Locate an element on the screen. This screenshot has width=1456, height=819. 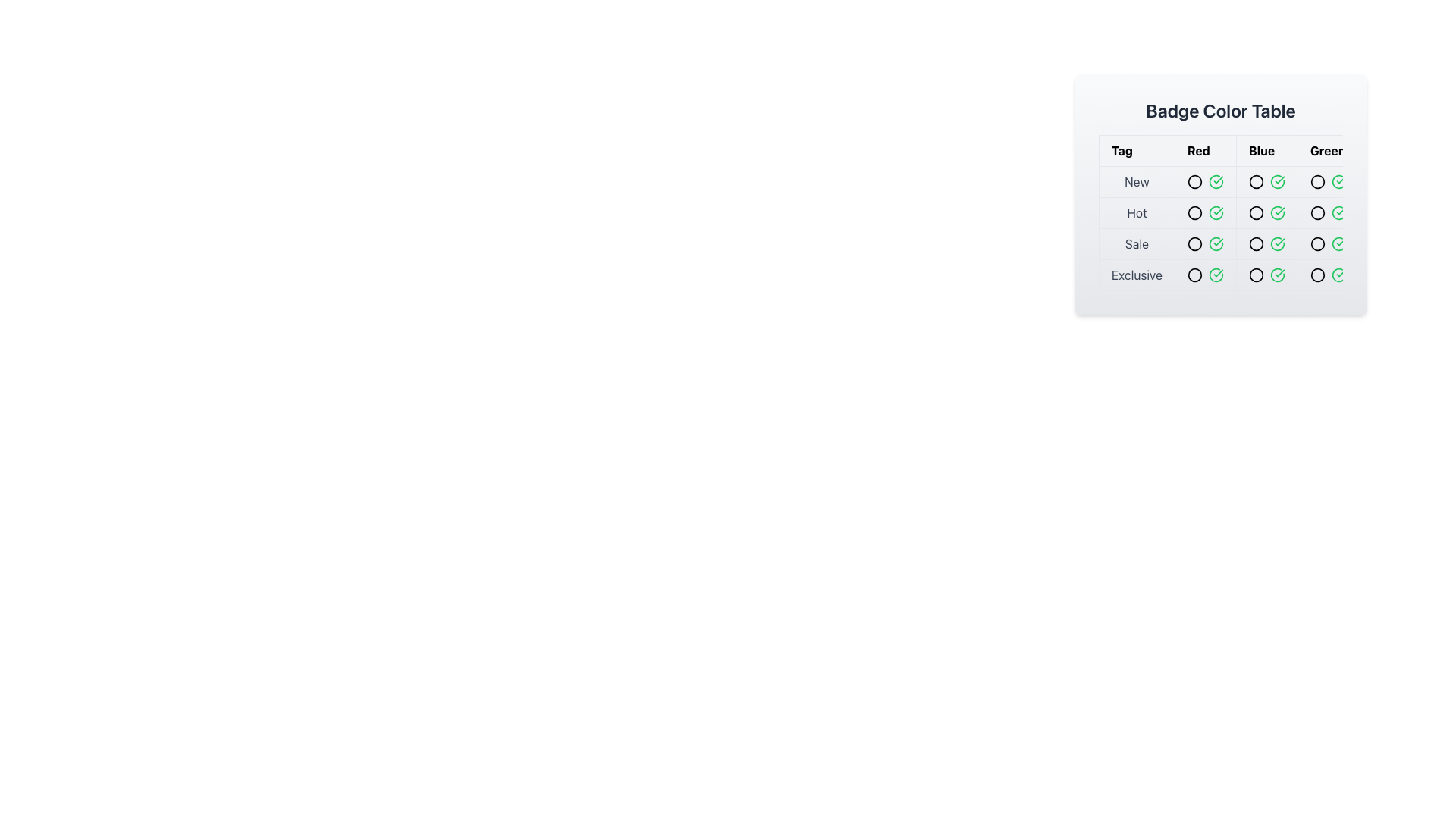
the status of the green circular icon with a checkmark inside located in the 'Badge Color Table' grid at the intersection of the 'New' row and 'Greer' column is located at coordinates (1216, 180).